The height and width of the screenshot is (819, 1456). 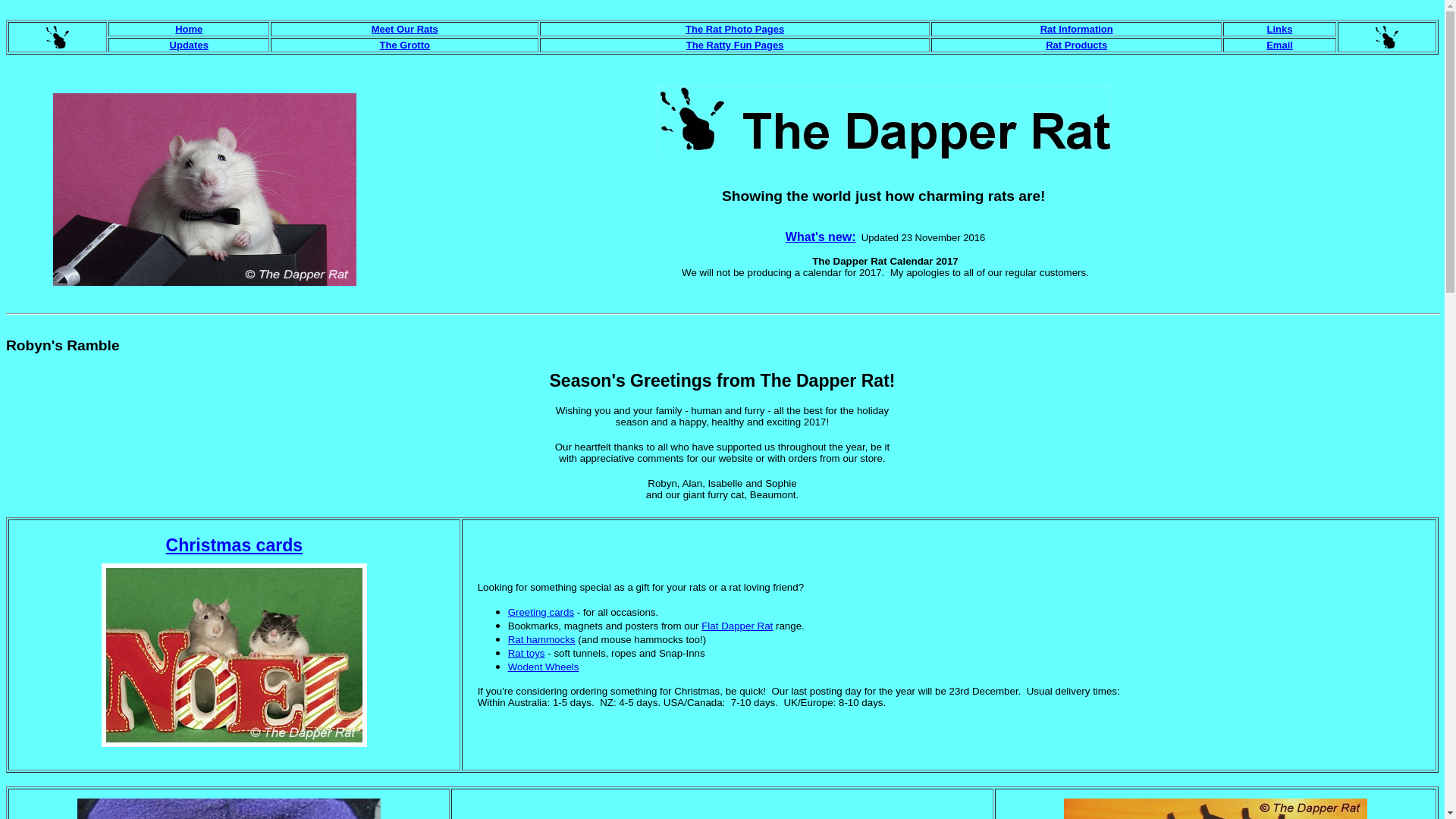 I want to click on 'The Rat Photo Pages', so click(x=735, y=29).